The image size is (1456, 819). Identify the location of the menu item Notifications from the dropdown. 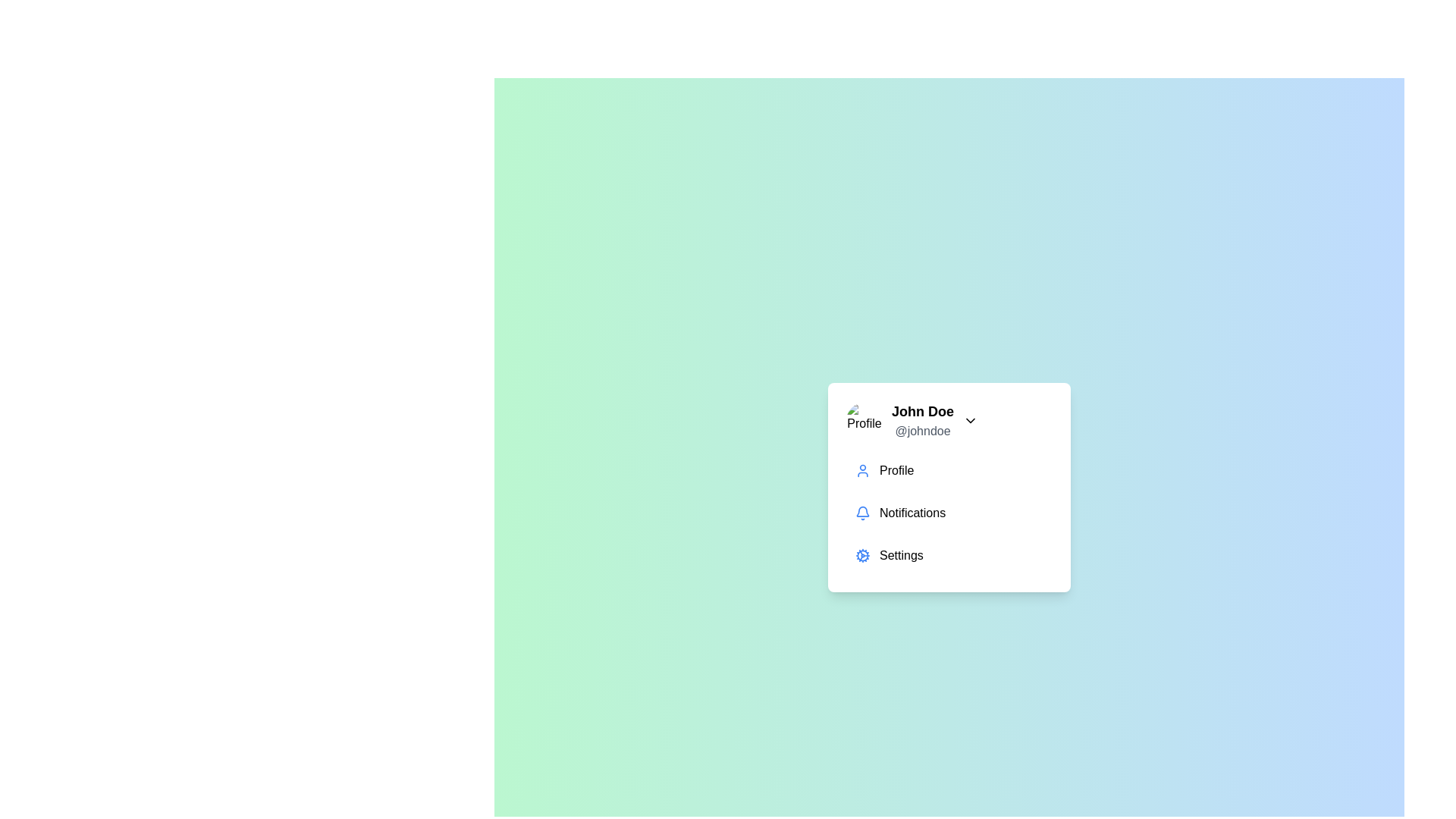
(949, 513).